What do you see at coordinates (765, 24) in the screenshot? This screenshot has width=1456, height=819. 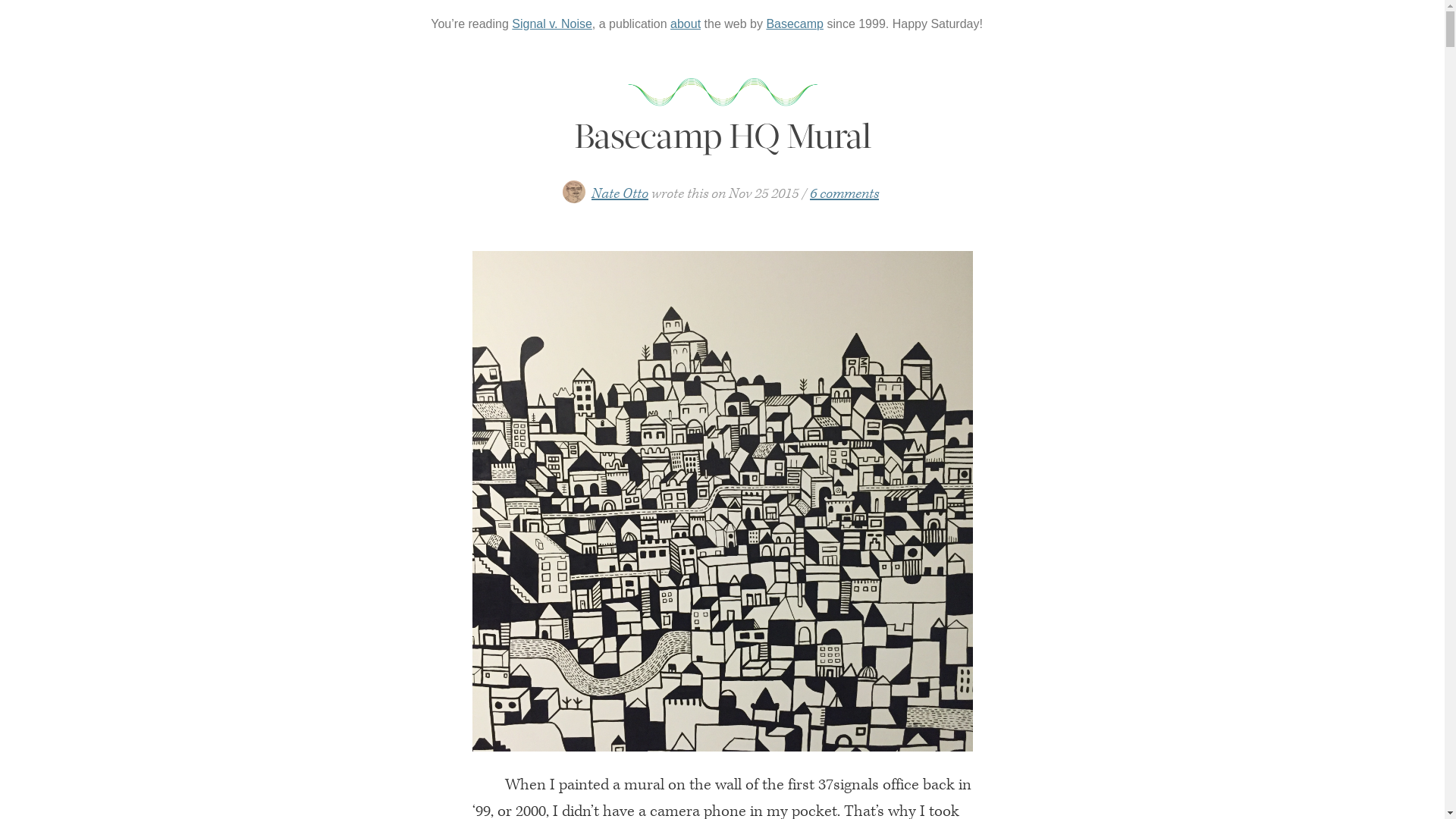 I see `'Basecamp'` at bounding box center [765, 24].